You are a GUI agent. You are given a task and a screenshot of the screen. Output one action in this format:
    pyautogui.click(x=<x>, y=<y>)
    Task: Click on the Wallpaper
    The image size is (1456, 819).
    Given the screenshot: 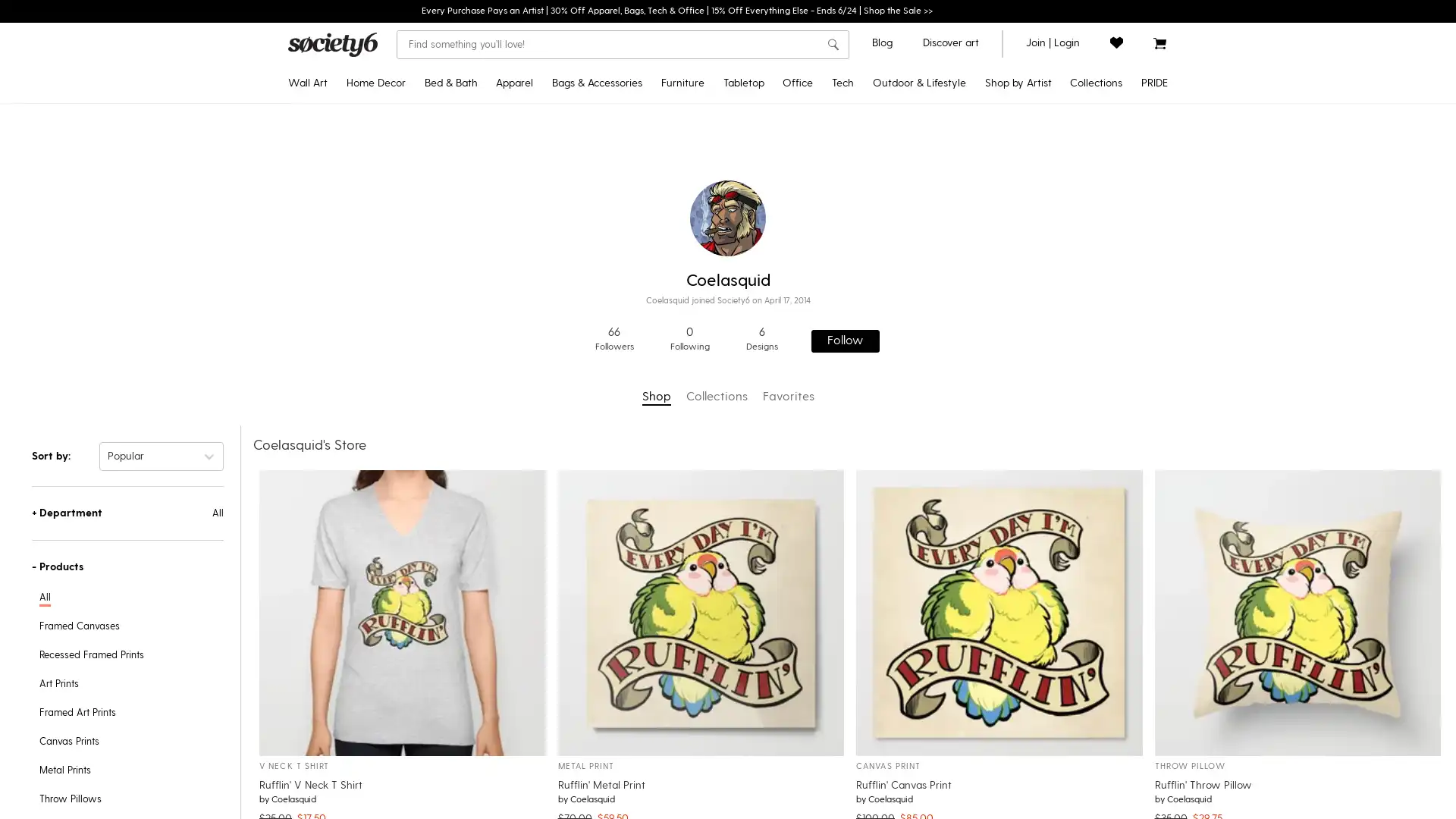 What is the action you would take?
    pyautogui.click(x=404, y=366)
    